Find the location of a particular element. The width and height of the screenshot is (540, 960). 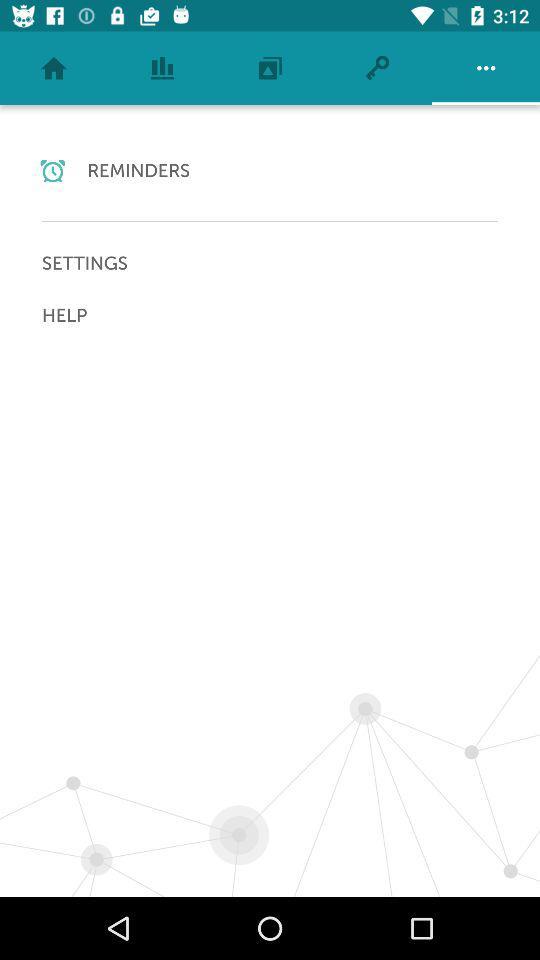

the settings is located at coordinates (270, 262).